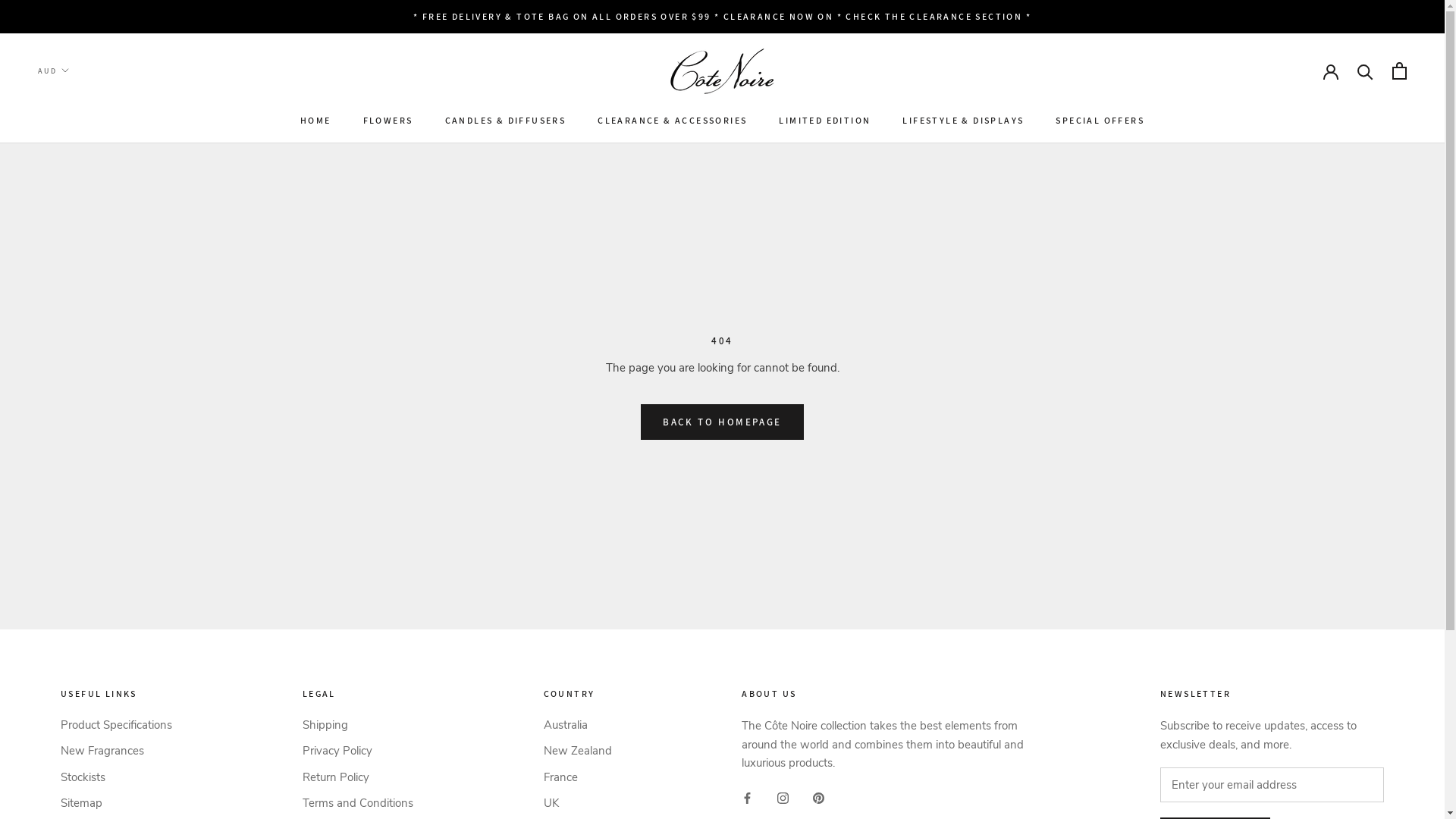  Describe the element at coordinates (576, 751) in the screenshot. I see `'New Zealand'` at that location.